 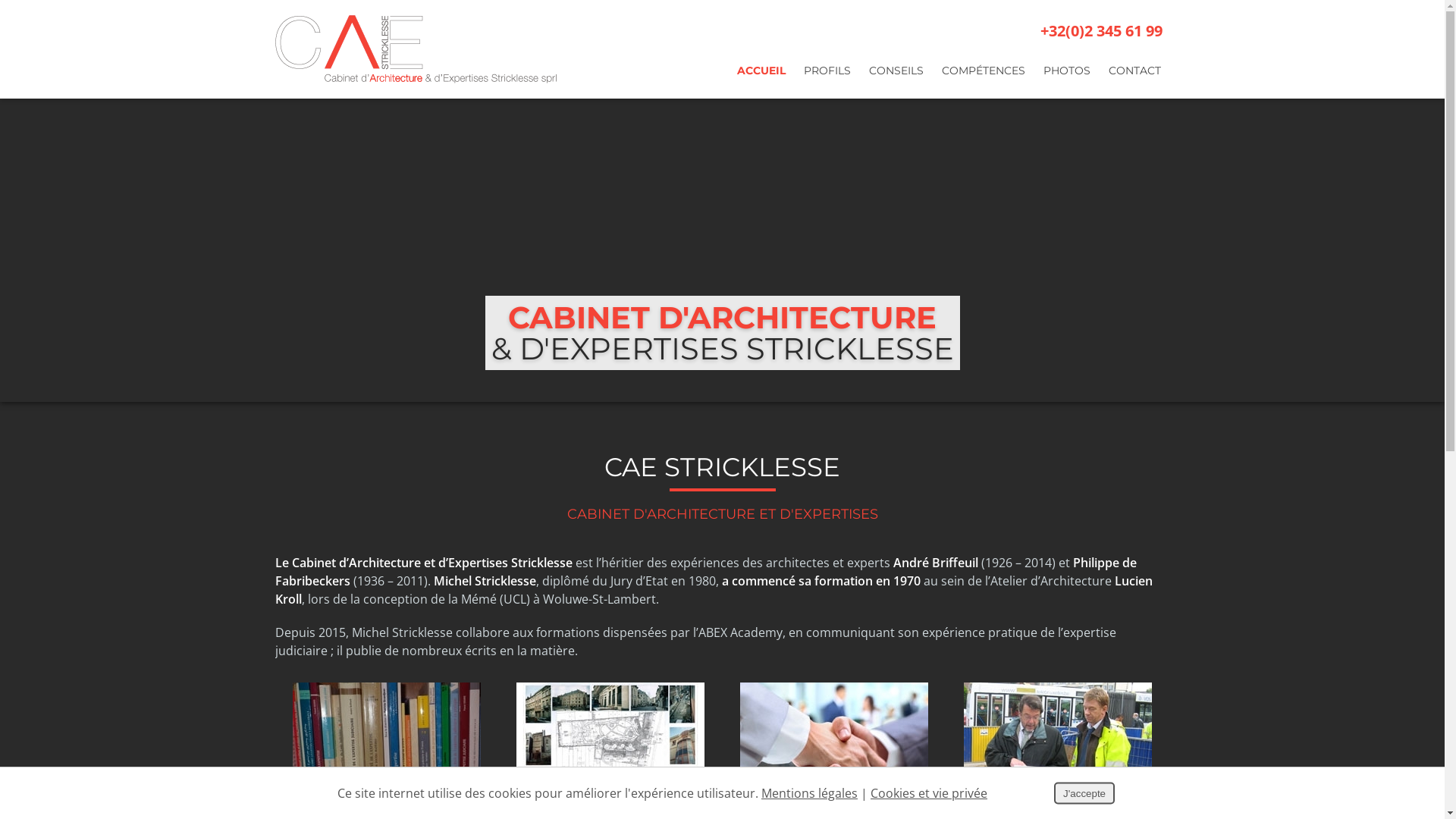 What do you see at coordinates (1065, 74) in the screenshot?
I see `'PHOTOS'` at bounding box center [1065, 74].